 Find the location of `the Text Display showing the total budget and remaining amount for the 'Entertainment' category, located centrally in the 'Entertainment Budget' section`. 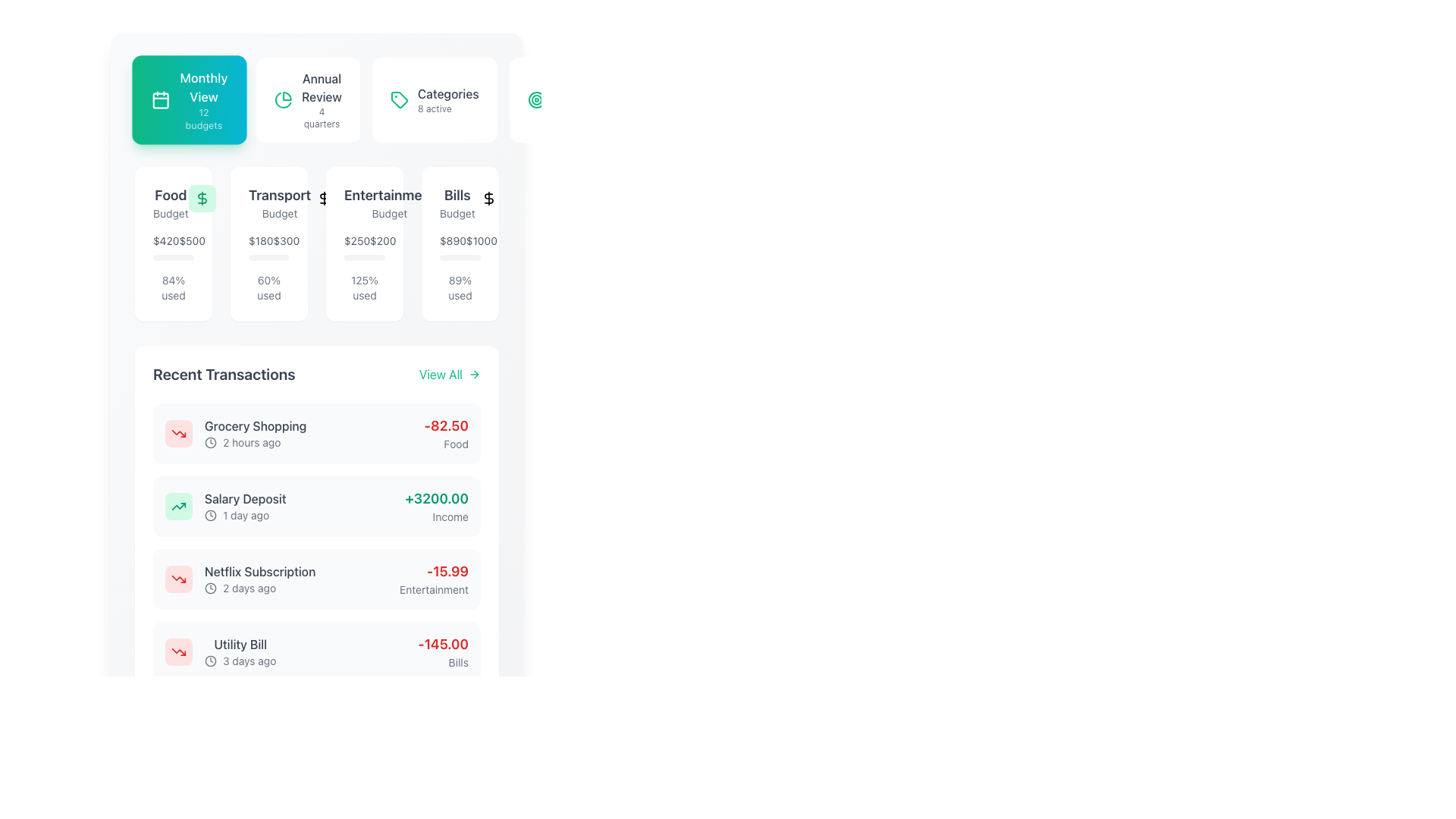

the Text Display showing the total budget and remaining amount for the 'Entertainment' category, located centrally in the 'Entertainment Budget' section is located at coordinates (364, 246).